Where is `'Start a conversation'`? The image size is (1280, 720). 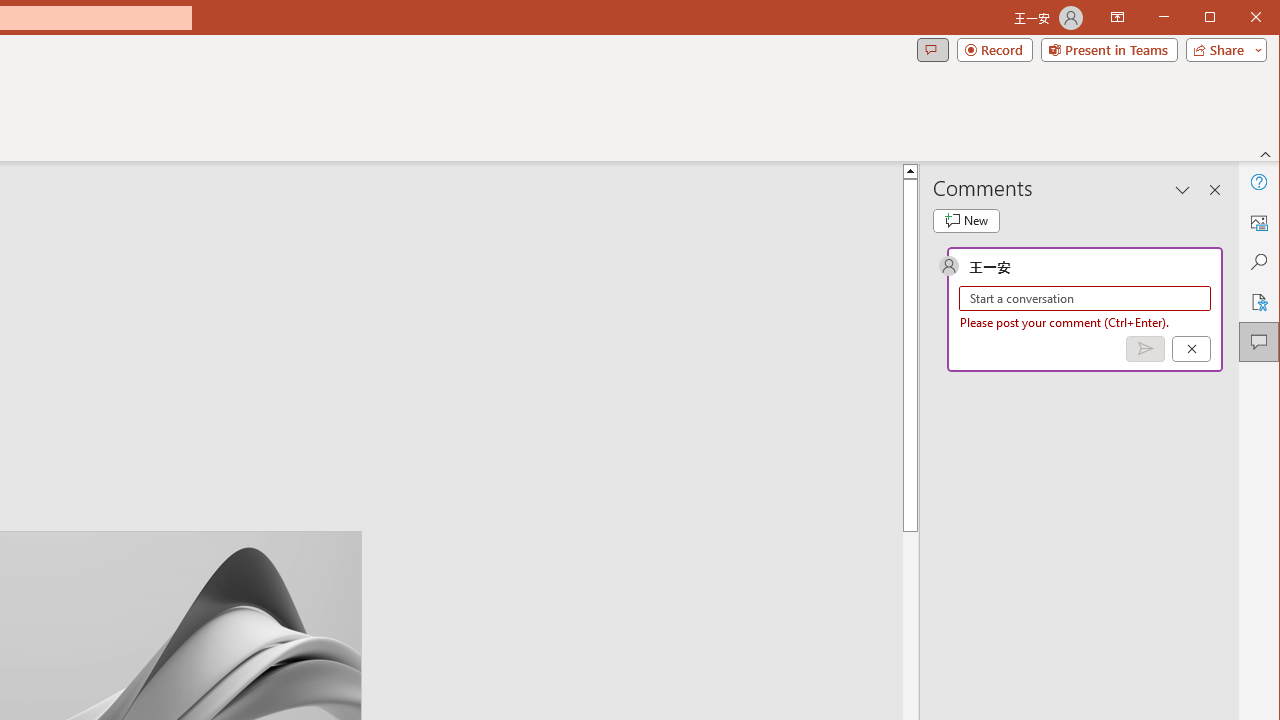 'Start a conversation' is located at coordinates (1084, 298).